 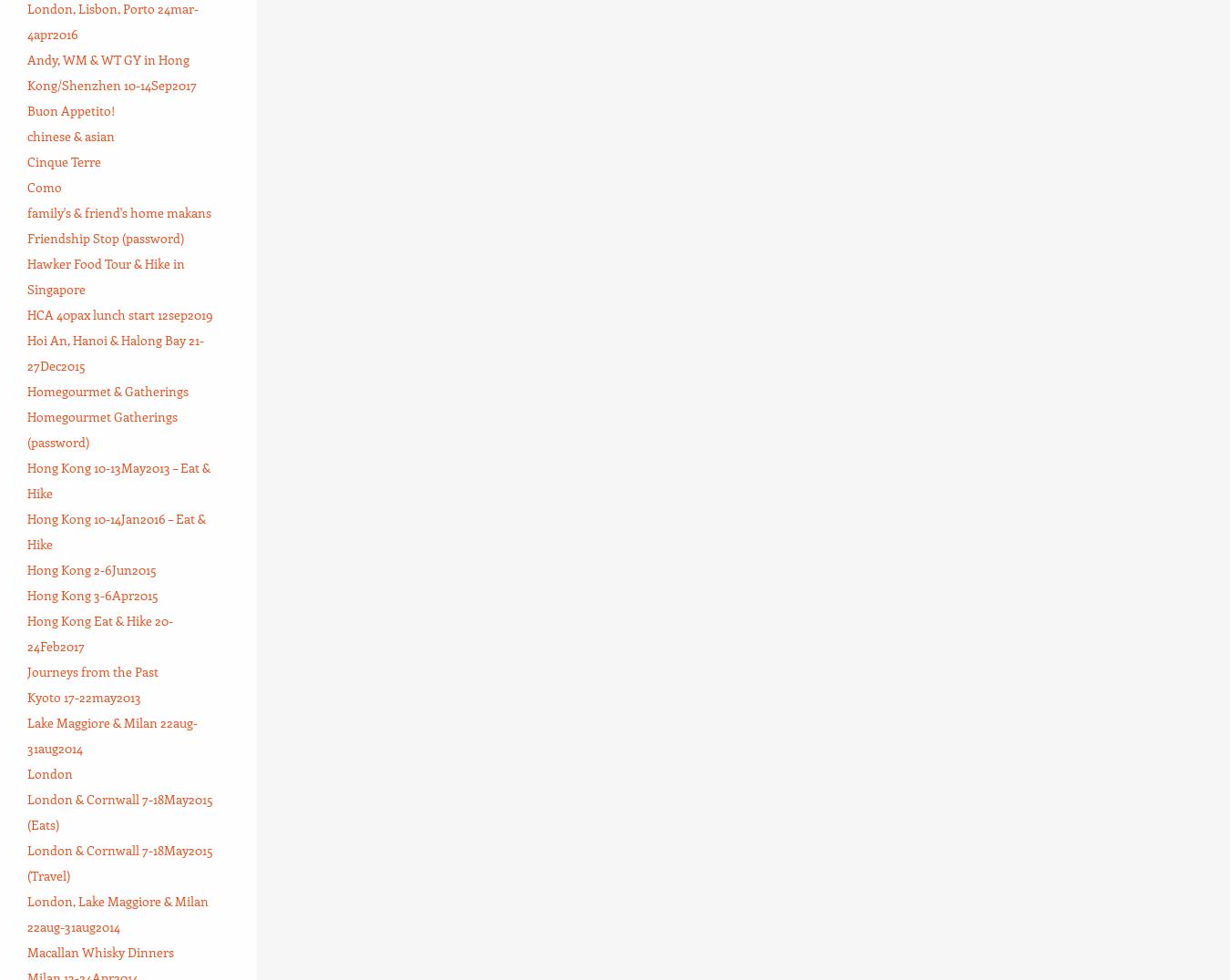 I want to click on 'Friendship Stop (password)', so click(x=105, y=237).